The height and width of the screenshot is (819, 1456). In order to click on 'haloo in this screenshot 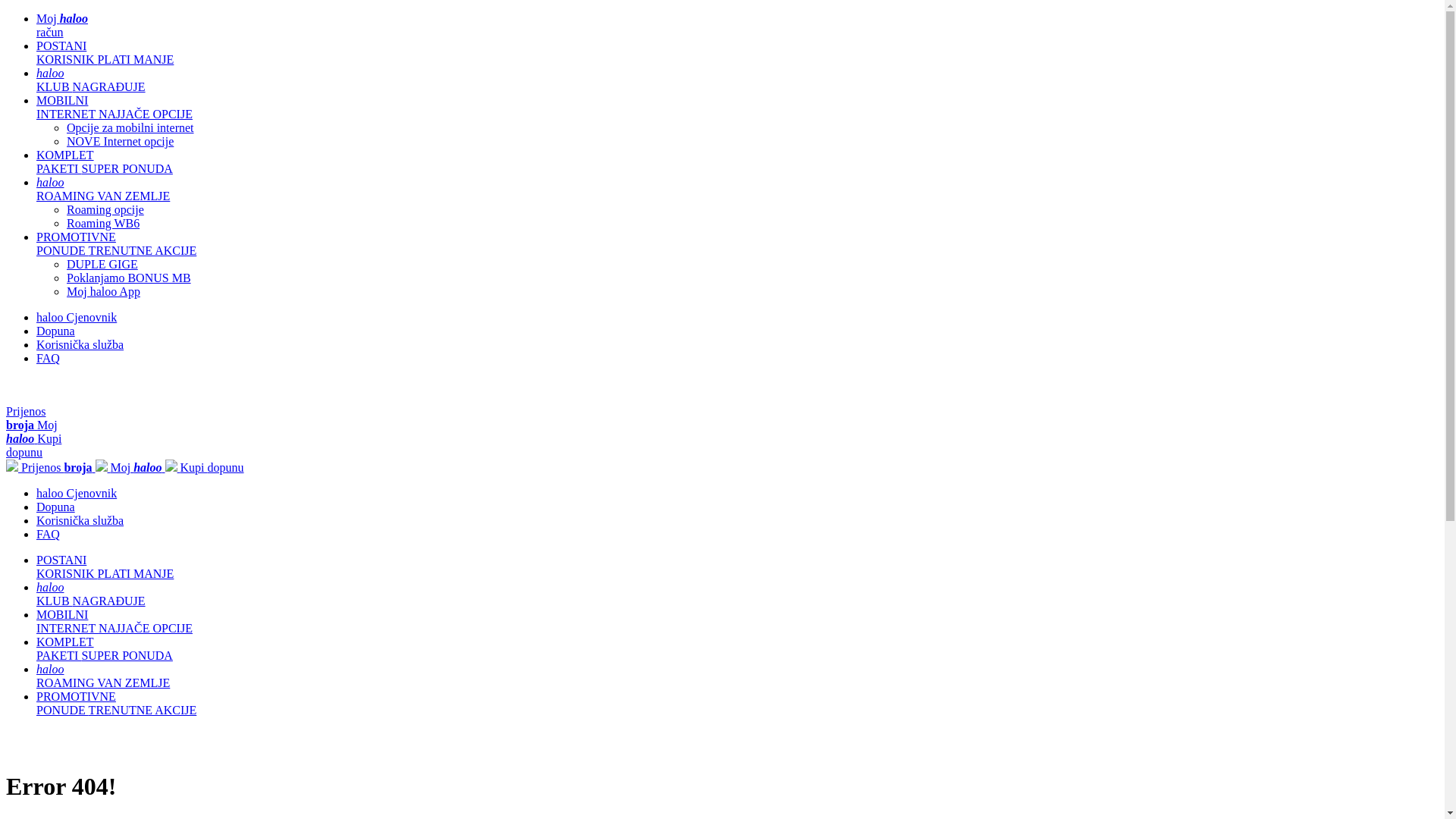, I will do `click(36, 188)`.